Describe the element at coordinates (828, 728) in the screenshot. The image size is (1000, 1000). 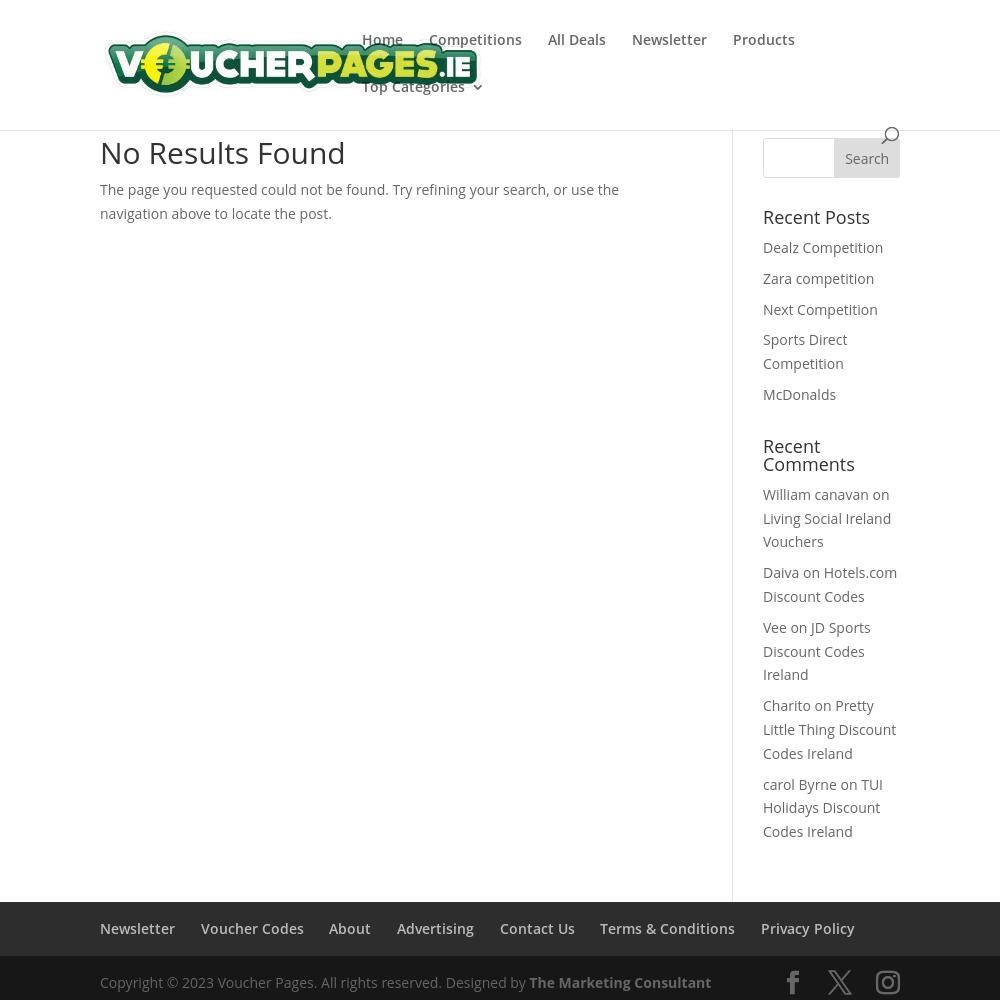
I see `'Pretty Little Thing Discount Codes Ireland'` at that location.